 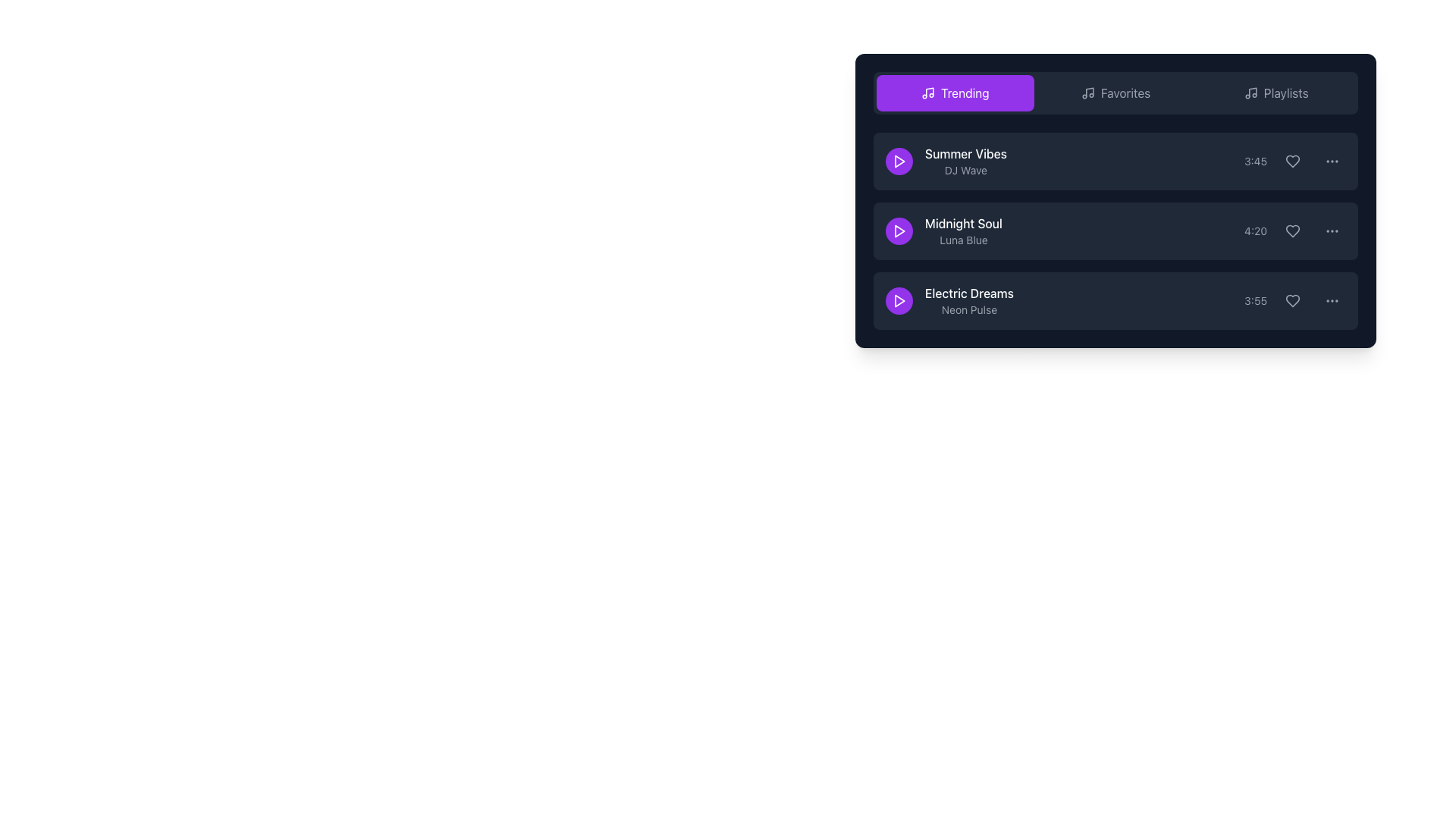 I want to click on the small gray static text label displaying '4:20', which is located in the middle of a vertical list of three items and toward the right side of the row, so click(x=1256, y=231).